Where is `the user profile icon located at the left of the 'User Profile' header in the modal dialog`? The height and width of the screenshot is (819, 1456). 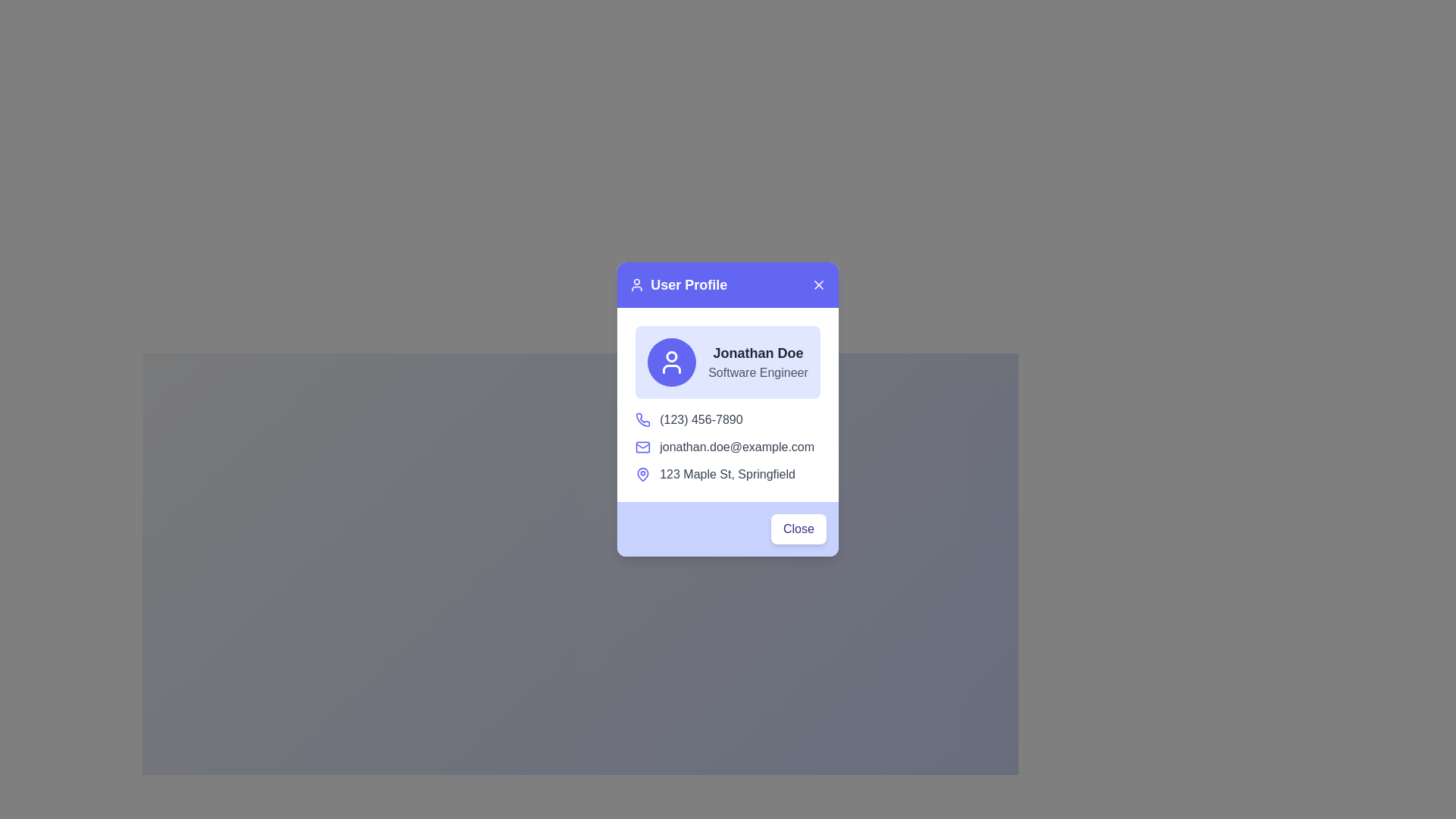
the user profile icon located at the left of the 'User Profile' header in the modal dialog is located at coordinates (637, 284).